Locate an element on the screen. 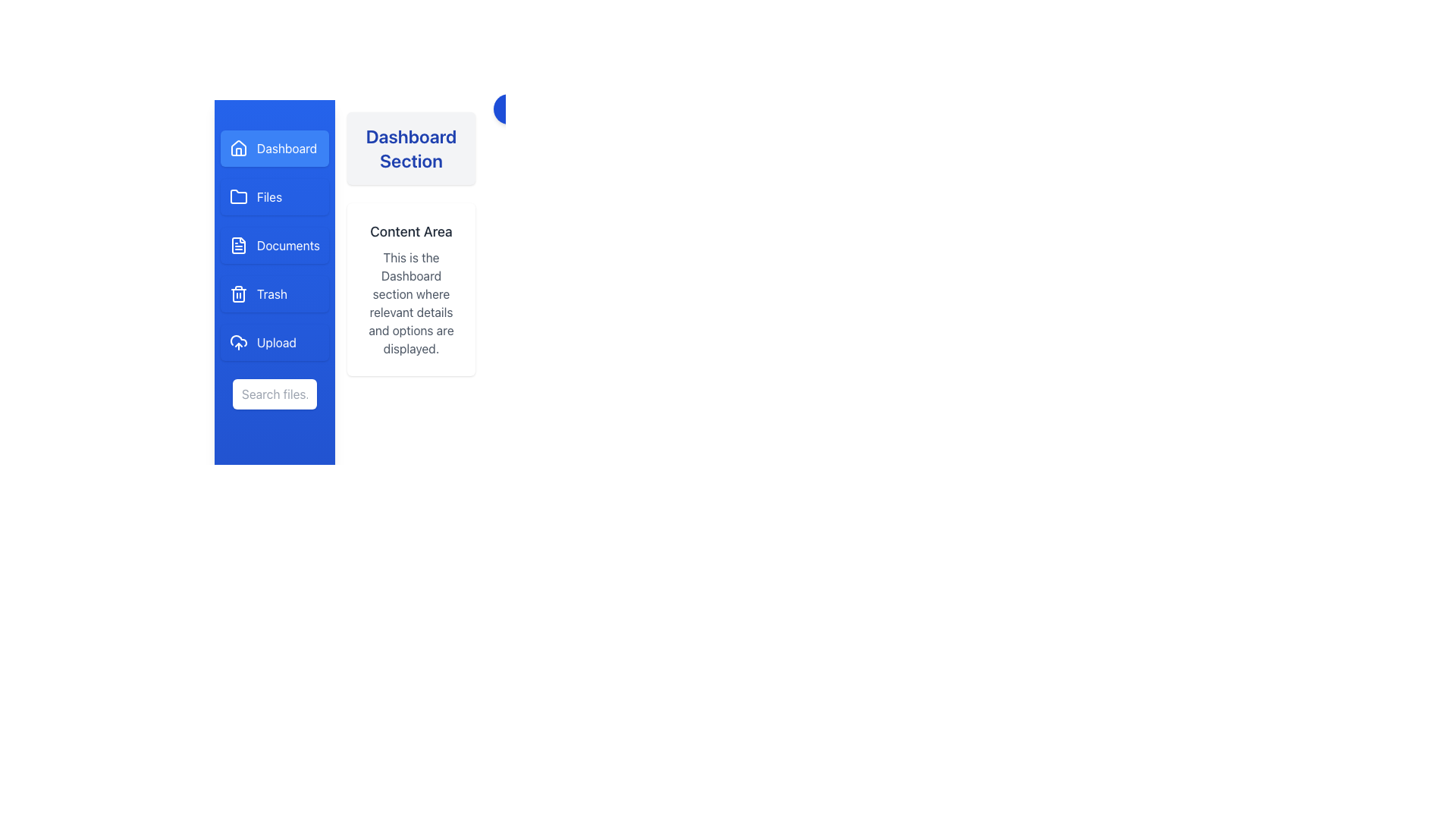 The image size is (1456, 819). the 'Files' icon located in the navigation sidebar is located at coordinates (238, 196).